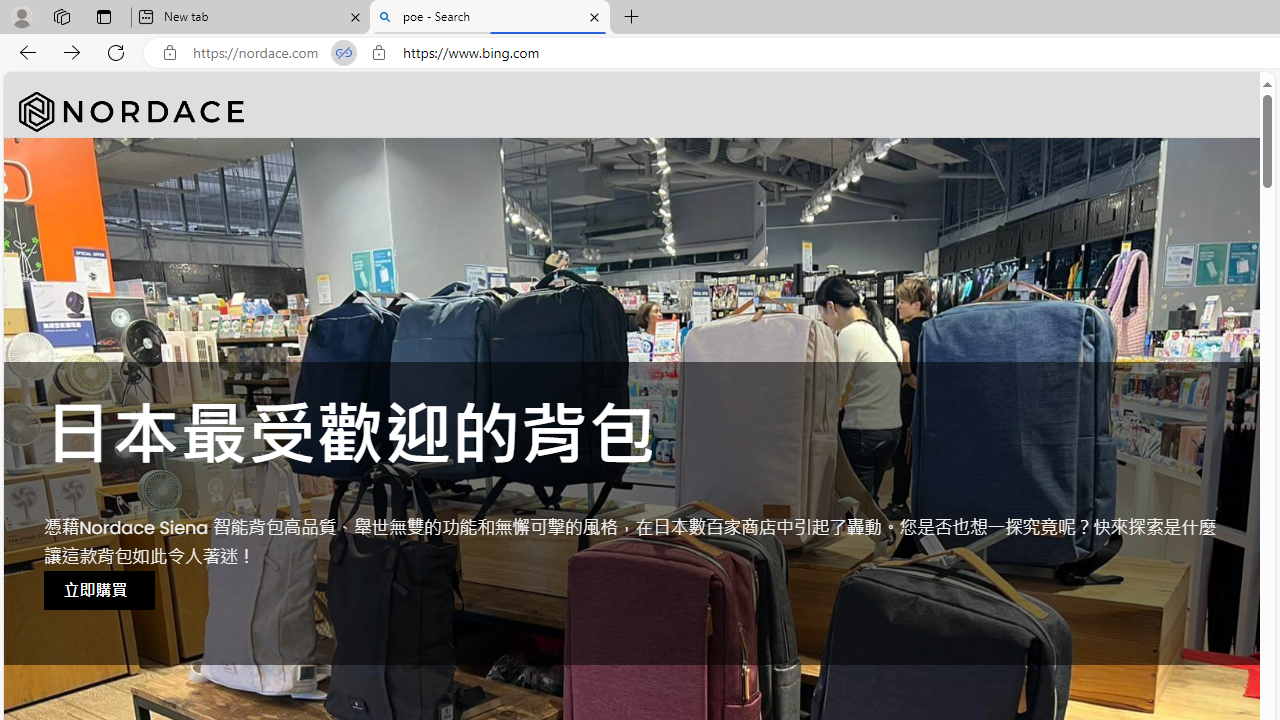  What do you see at coordinates (344, 52) in the screenshot?
I see `'Tabs in split screen'` at bounding box center [344, 52].